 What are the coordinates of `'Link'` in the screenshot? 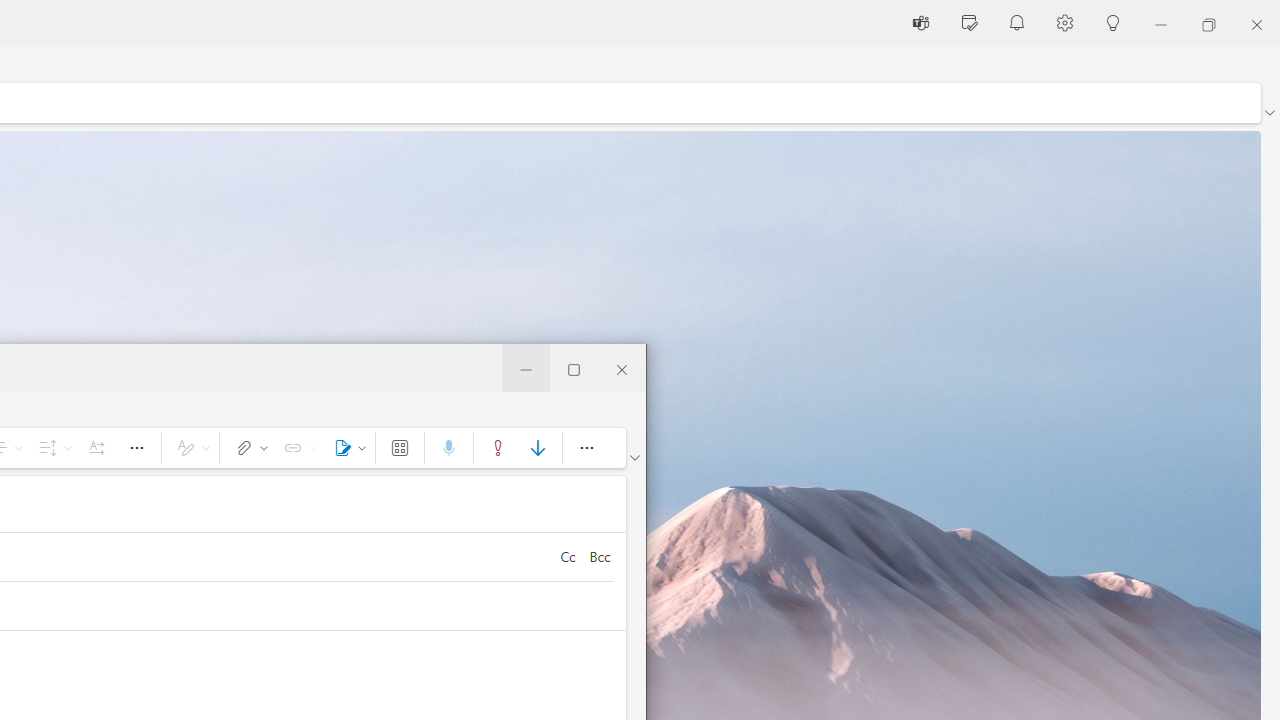 It's located at (296, 446).